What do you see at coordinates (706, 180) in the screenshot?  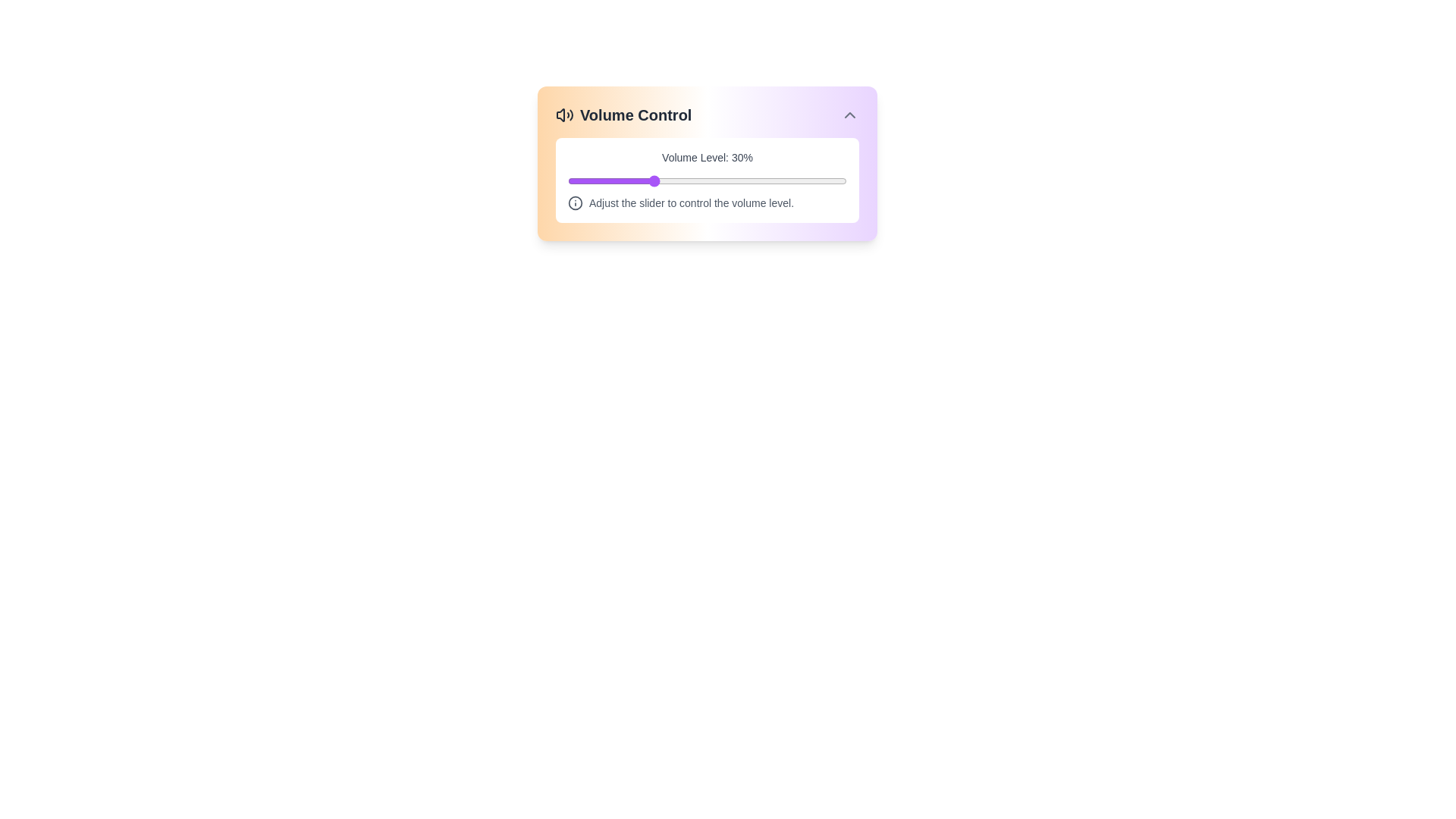 I see `the volume slider to set the volume to 50%` at bounding box center [706, 180].